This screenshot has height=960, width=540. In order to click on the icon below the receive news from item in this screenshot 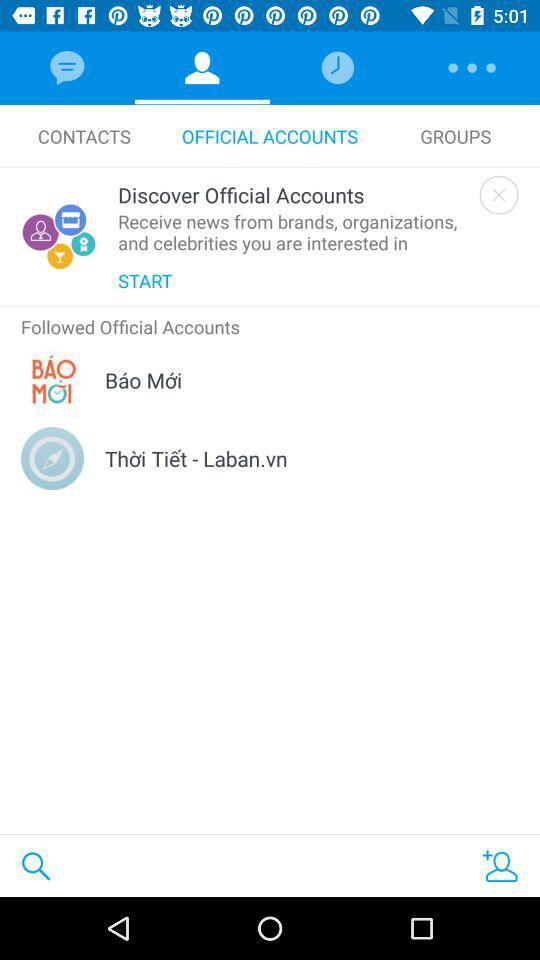, I will do `click(144, 279)`.